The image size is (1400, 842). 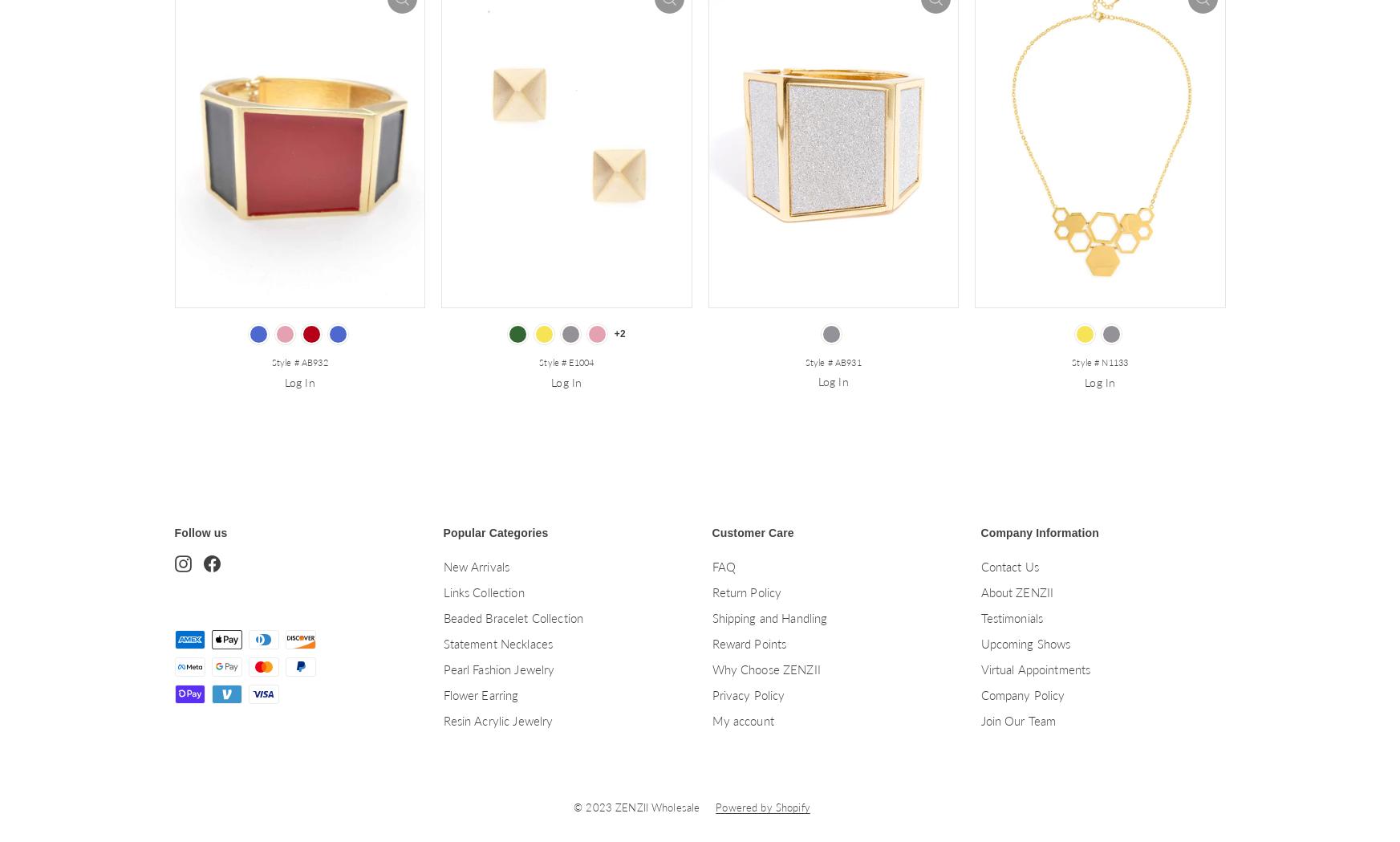 I want to click on 'AB931', so click(x=846, y=361).